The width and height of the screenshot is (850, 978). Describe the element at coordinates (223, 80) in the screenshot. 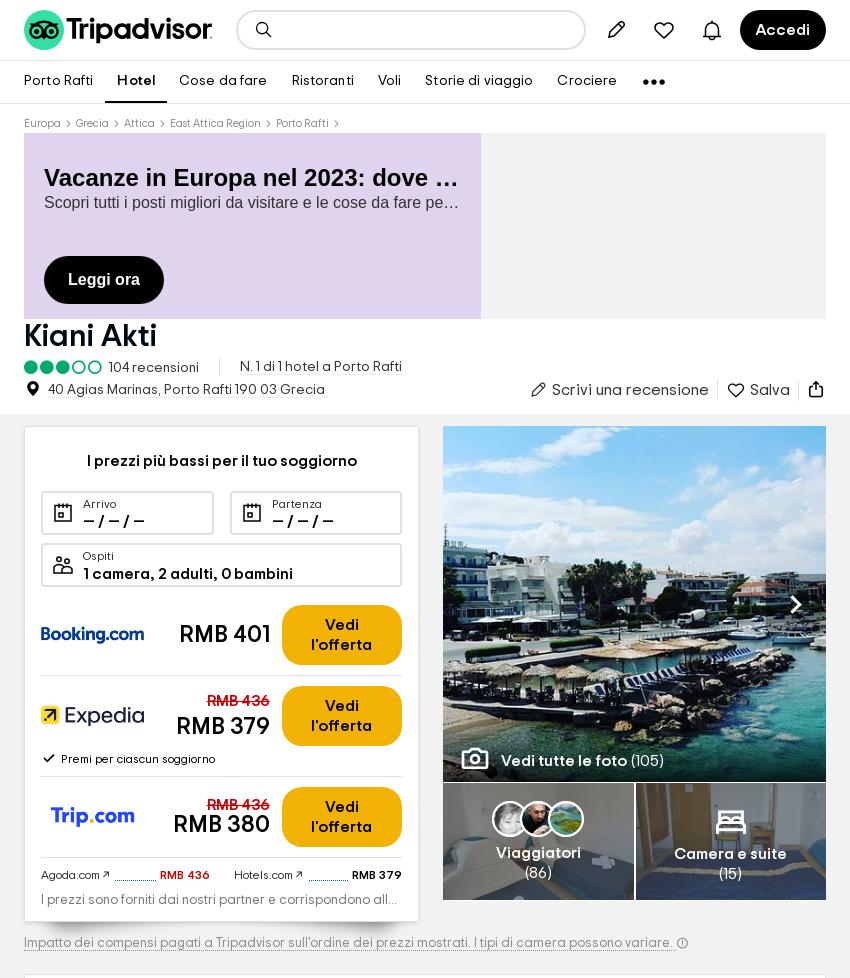

I see `'Cose da fare'` at that location.